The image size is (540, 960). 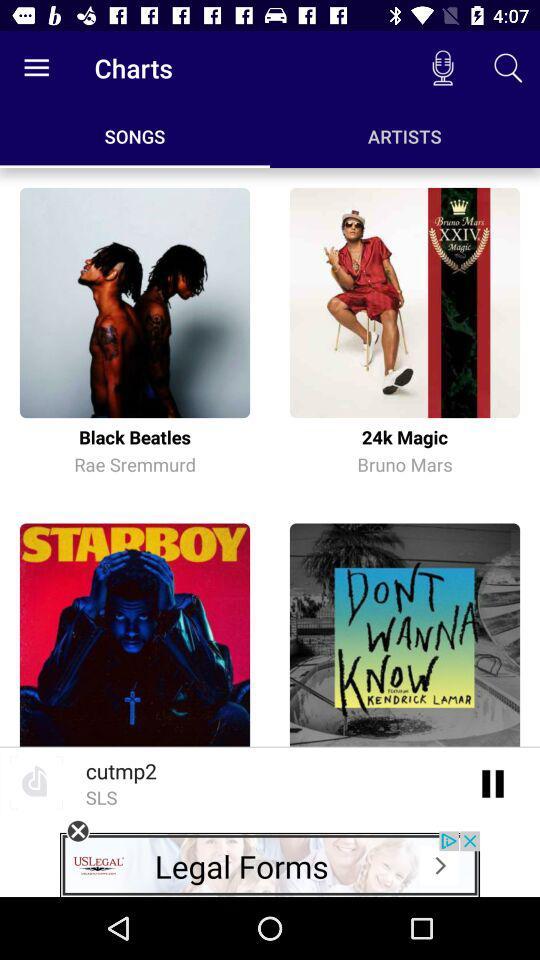 What do you see at coordinates (77, 831) in the screenshot?
I see `coles` at bounding box center [77, 831].